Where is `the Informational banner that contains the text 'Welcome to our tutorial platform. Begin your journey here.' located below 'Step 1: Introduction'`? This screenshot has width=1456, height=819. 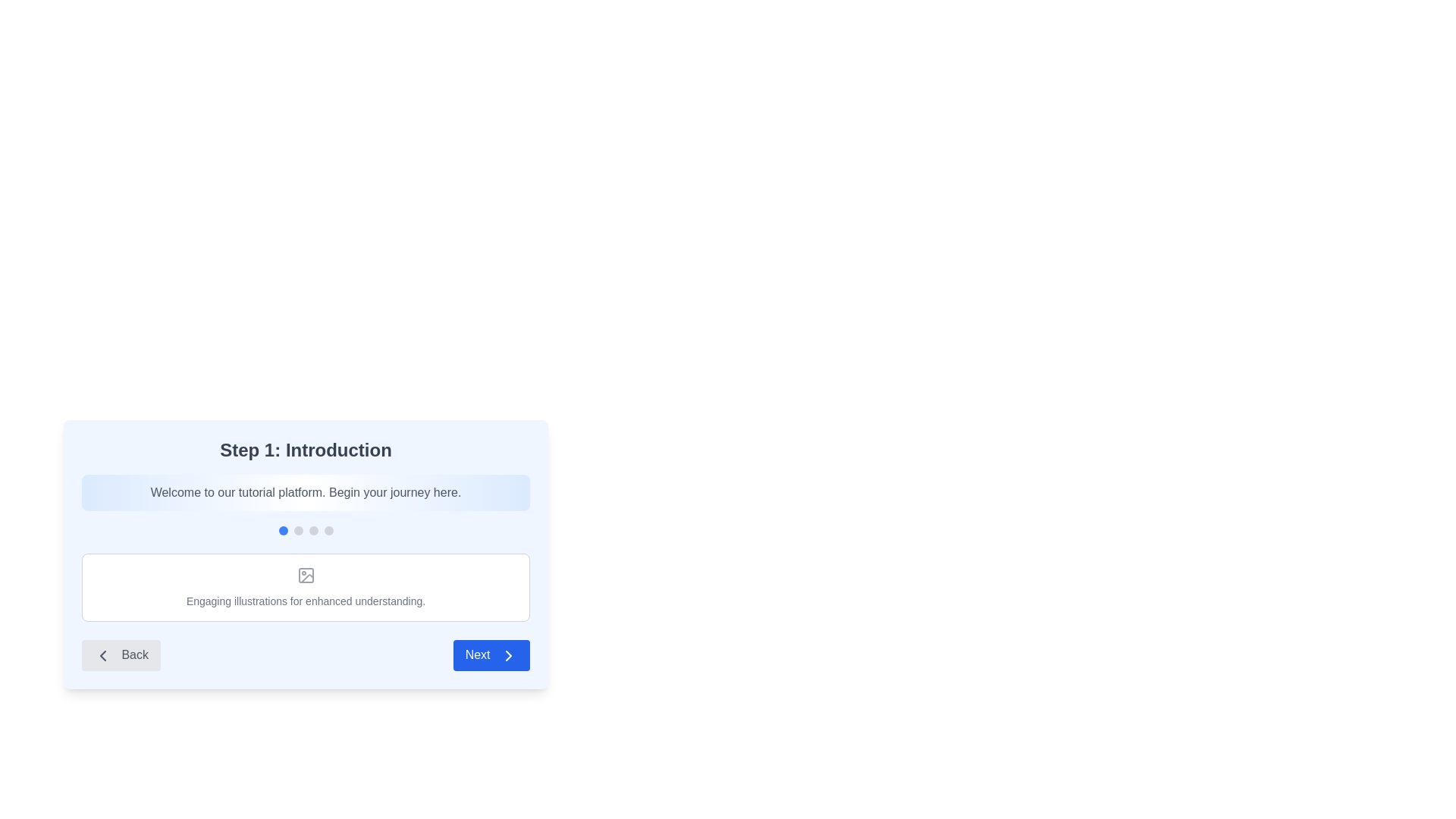
the Informational banner that contains the text 'Welcome to our tutorial platform. Begin your journey here.' located below 'Step 1: Introduction' is located at coordinates (305, 493).